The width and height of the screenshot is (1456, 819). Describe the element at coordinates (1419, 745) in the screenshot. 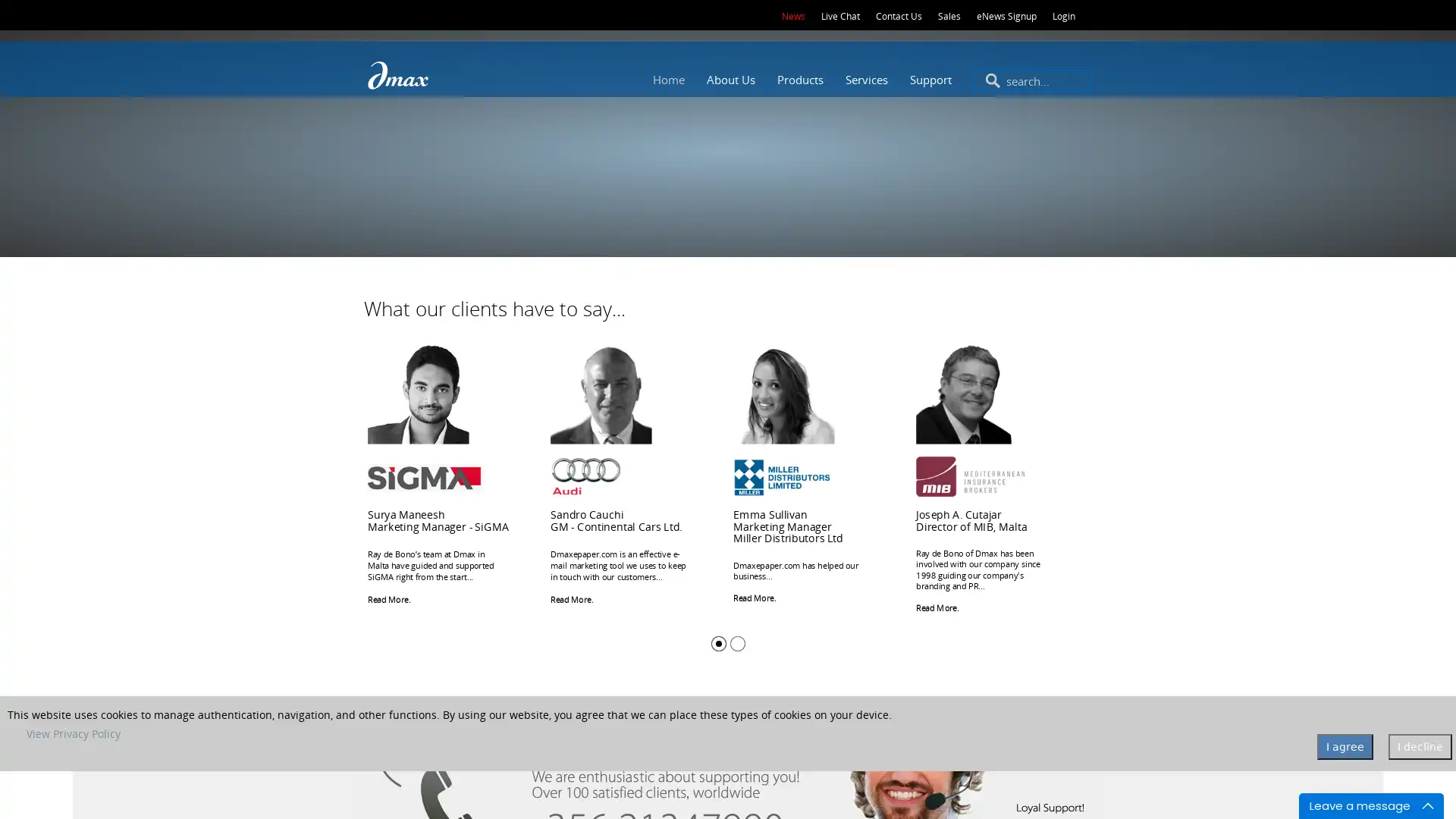

I see `I decline` at that location.